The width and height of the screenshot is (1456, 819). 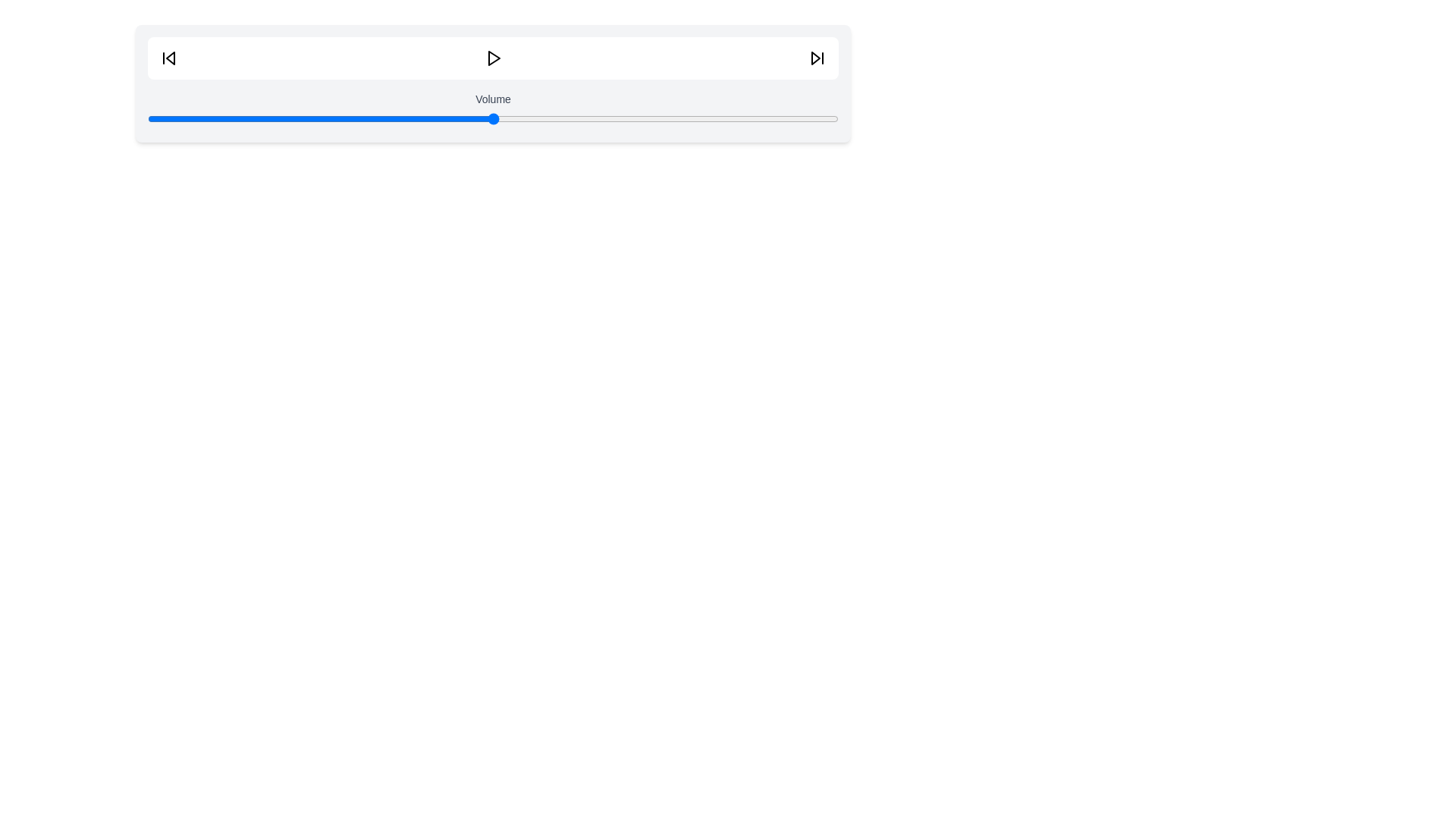 I want to click on the distinct triangular play button located near the center of the control bar area to initiate playback, so click(x=494, y=58).